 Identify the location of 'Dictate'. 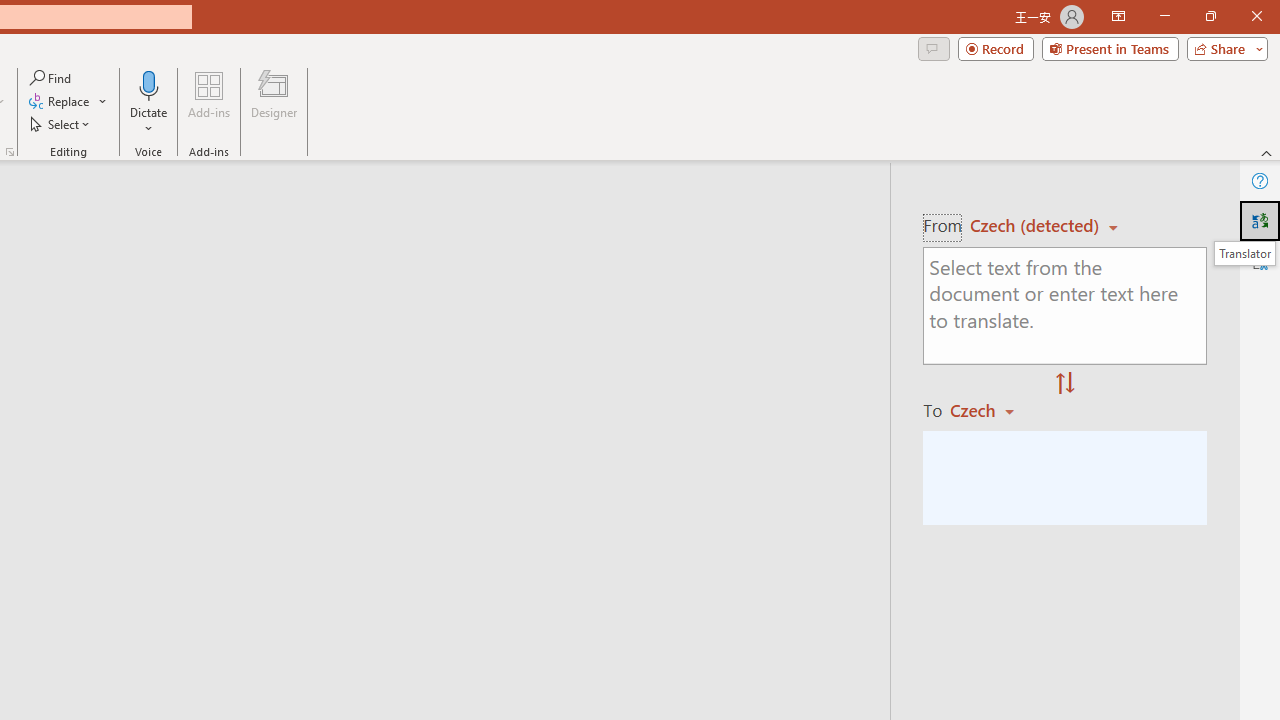
(148, 103).